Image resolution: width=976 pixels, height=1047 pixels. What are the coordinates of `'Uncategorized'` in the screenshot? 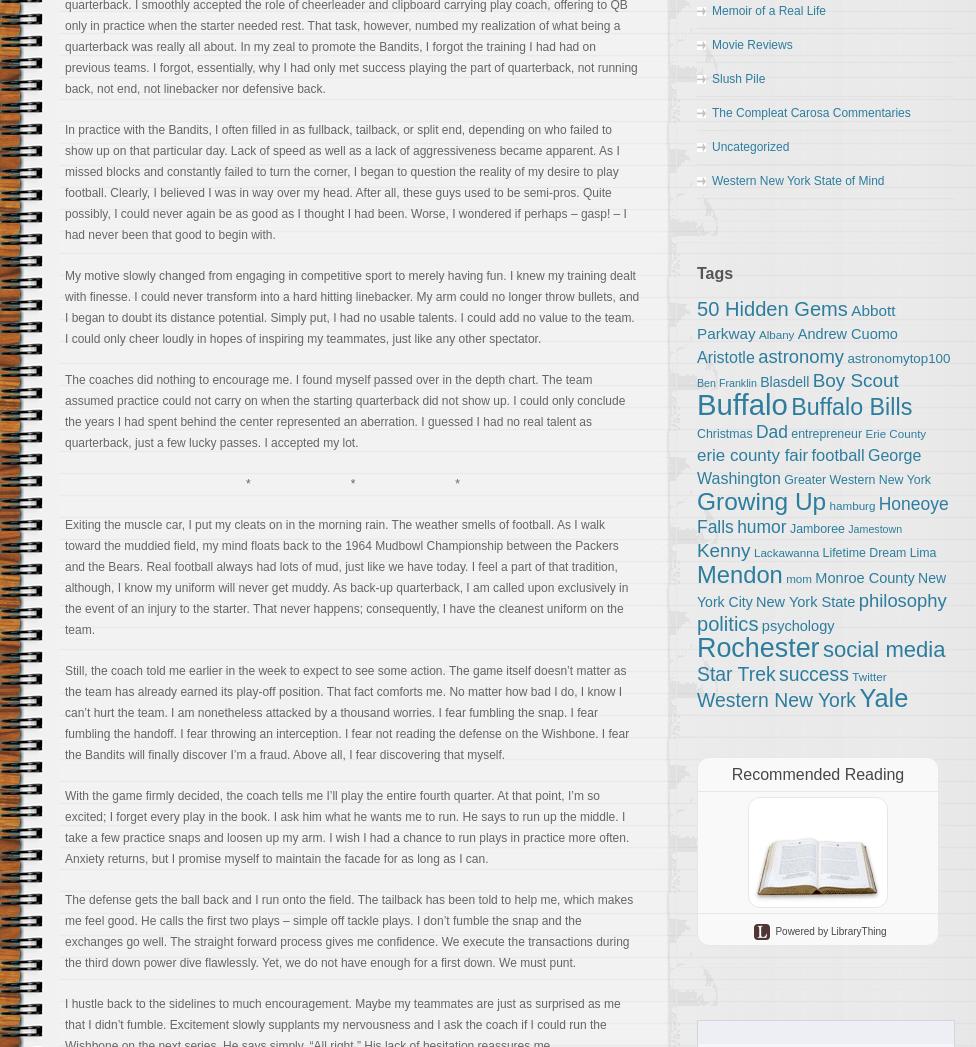 It's located at (710, 146).